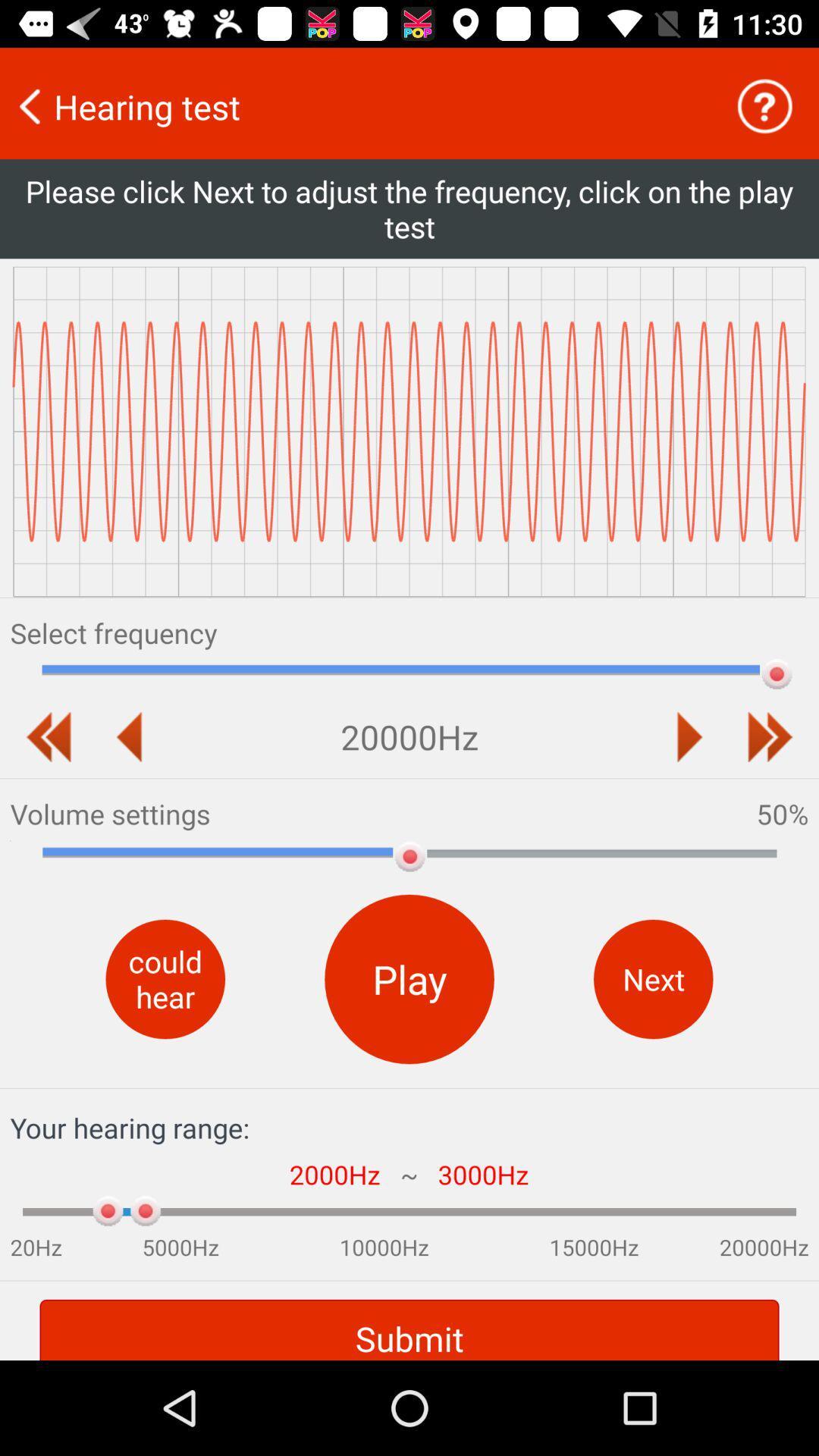 The height and width of the screenshot is (1456, 819). What do you see at coordinates (48, 736) in the screenshot?
I see `to rewind` at bounding box center [48, 736].